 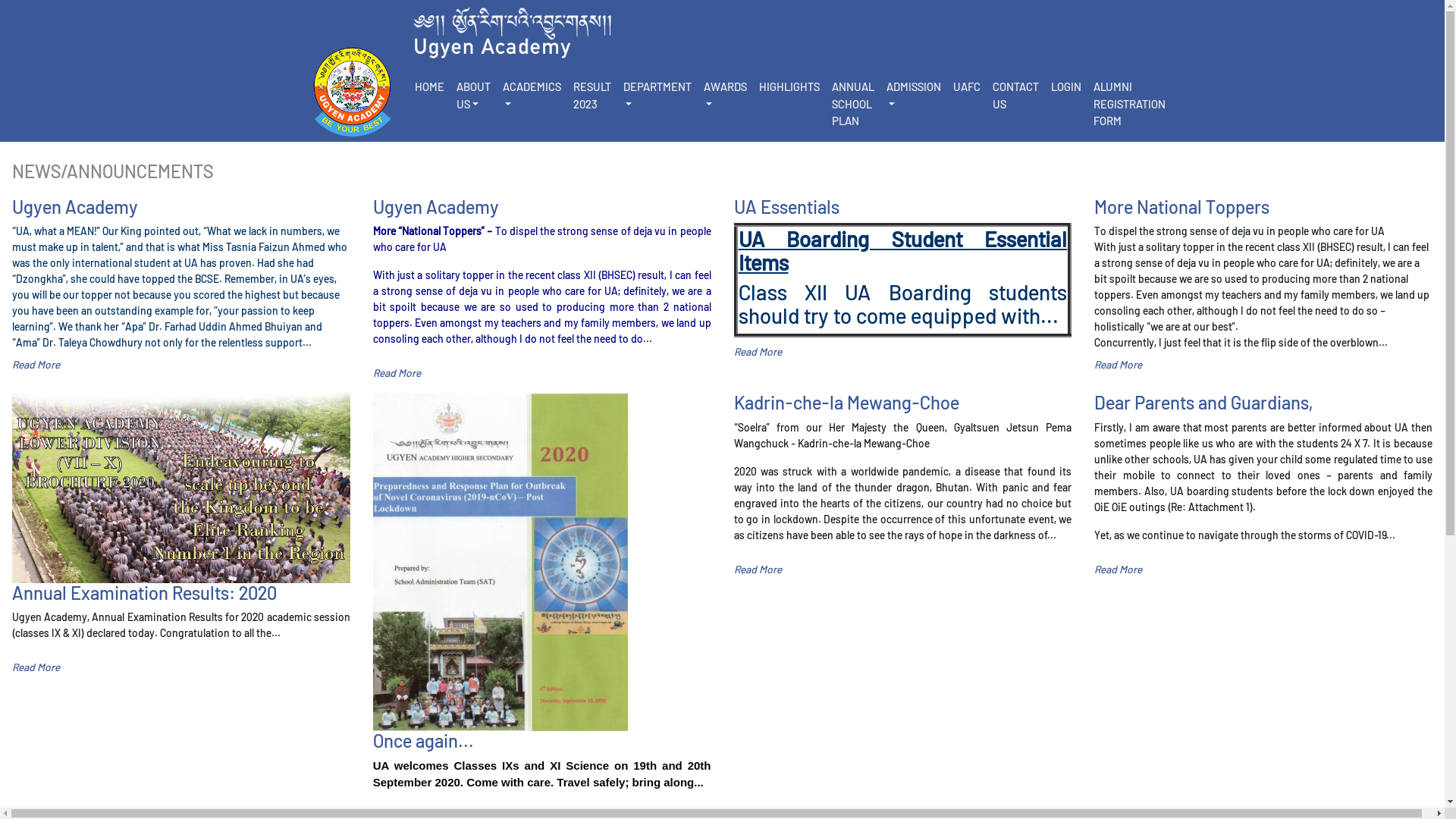 I want to click on 'ANNUAL SCHOOL PLAN', so click(x=852, y=103).